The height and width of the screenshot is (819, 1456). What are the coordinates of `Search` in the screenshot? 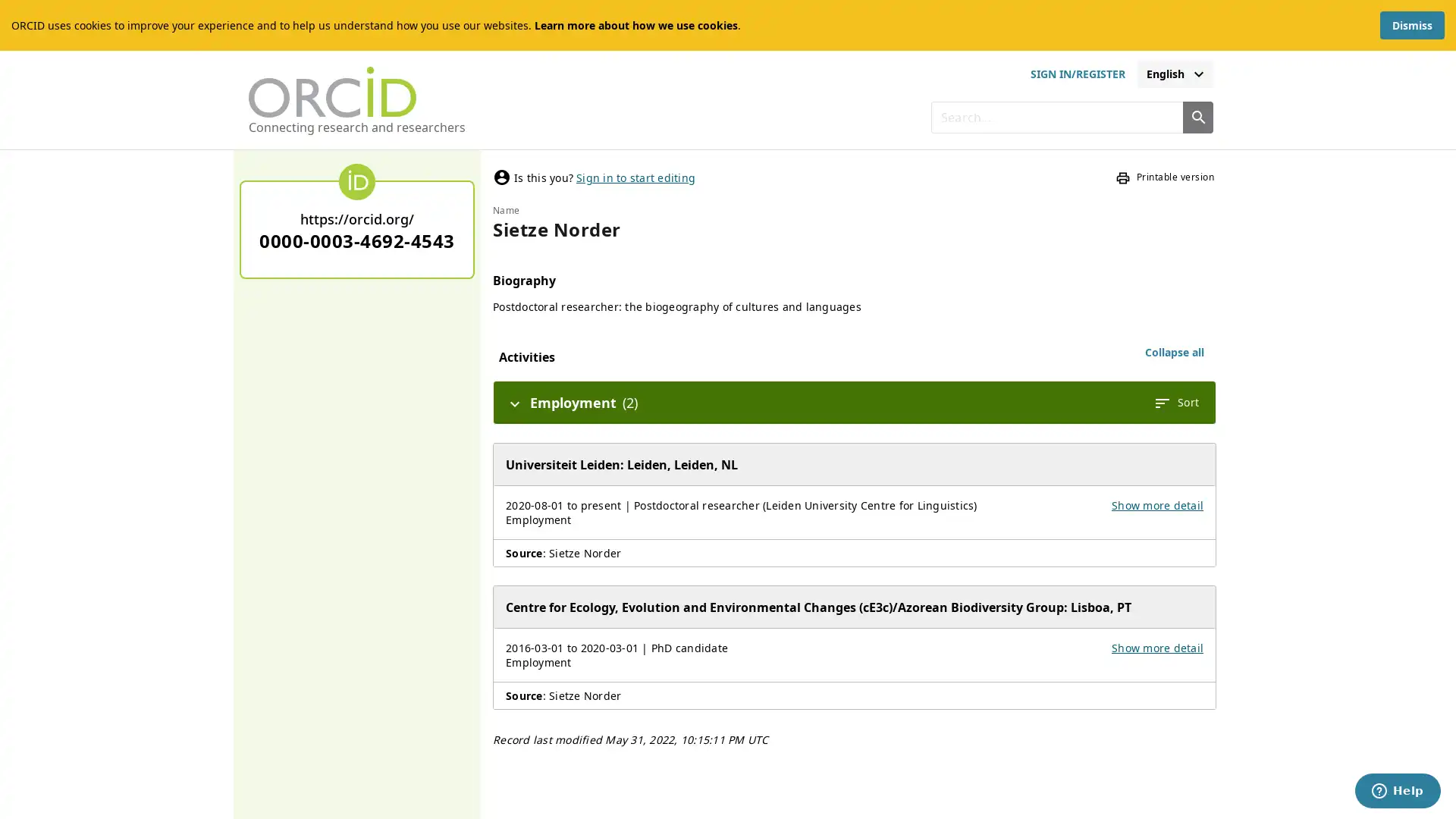 It's located at (1197, 116).